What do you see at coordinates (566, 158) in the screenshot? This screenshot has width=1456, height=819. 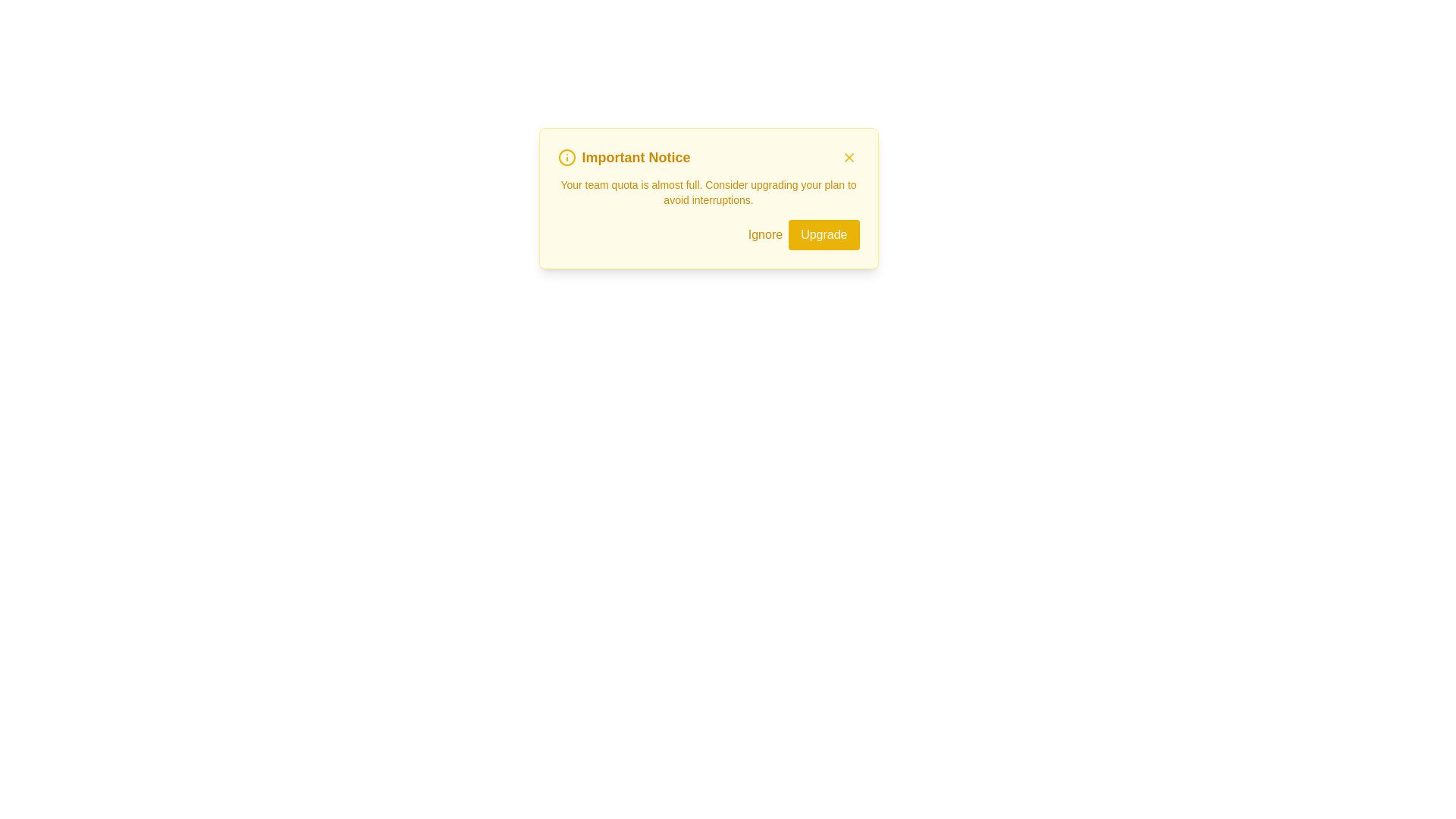 I see `icon located to the left of the notice title 'Important Notice' in the notification header for its details` at bounding box center [566, 158].